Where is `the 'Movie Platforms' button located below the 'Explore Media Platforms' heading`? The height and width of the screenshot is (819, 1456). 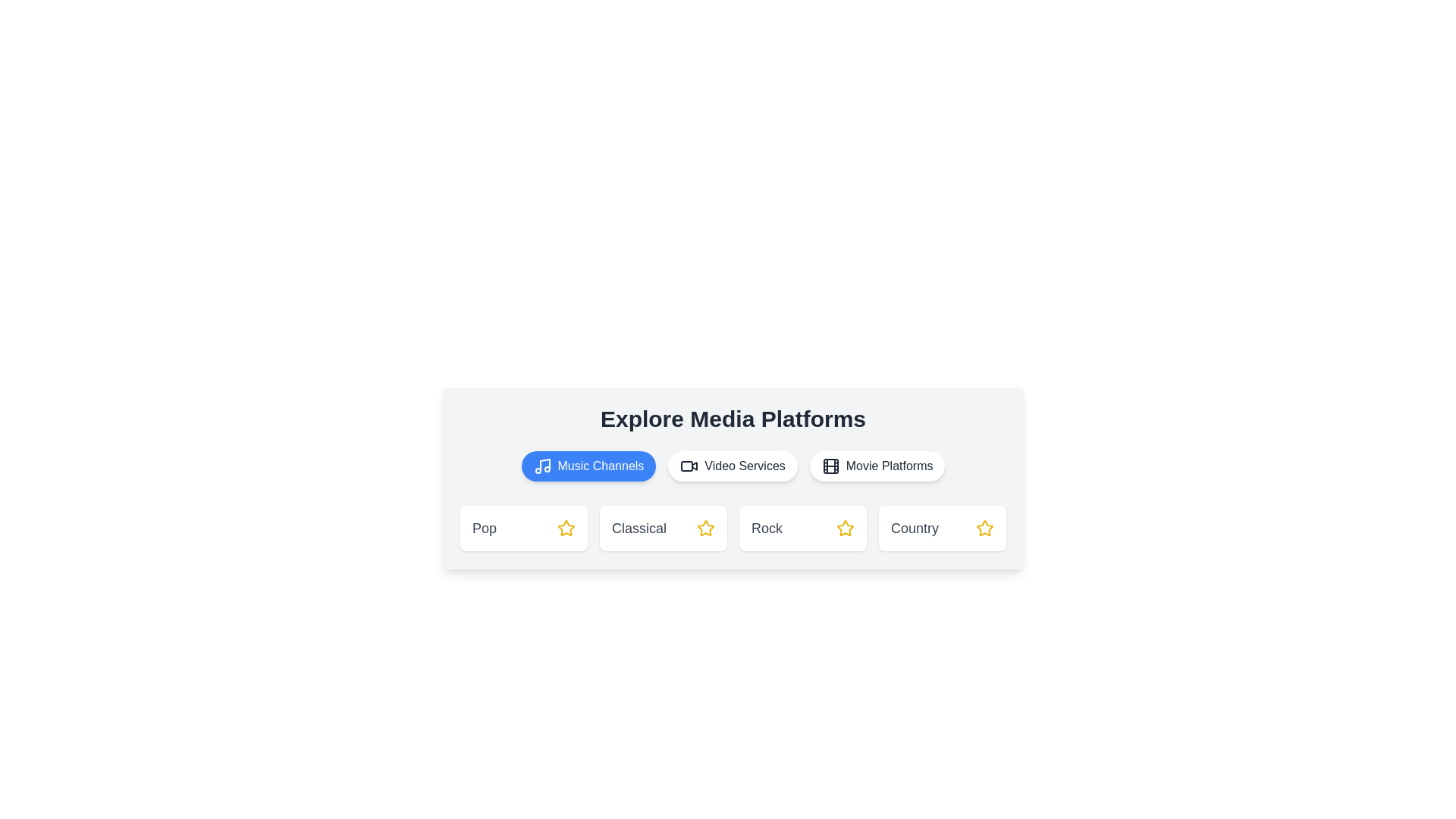 the 'Movie Platforms' button located below the 'Explore Media Platforms' heading is located at coordinates (877, 465).